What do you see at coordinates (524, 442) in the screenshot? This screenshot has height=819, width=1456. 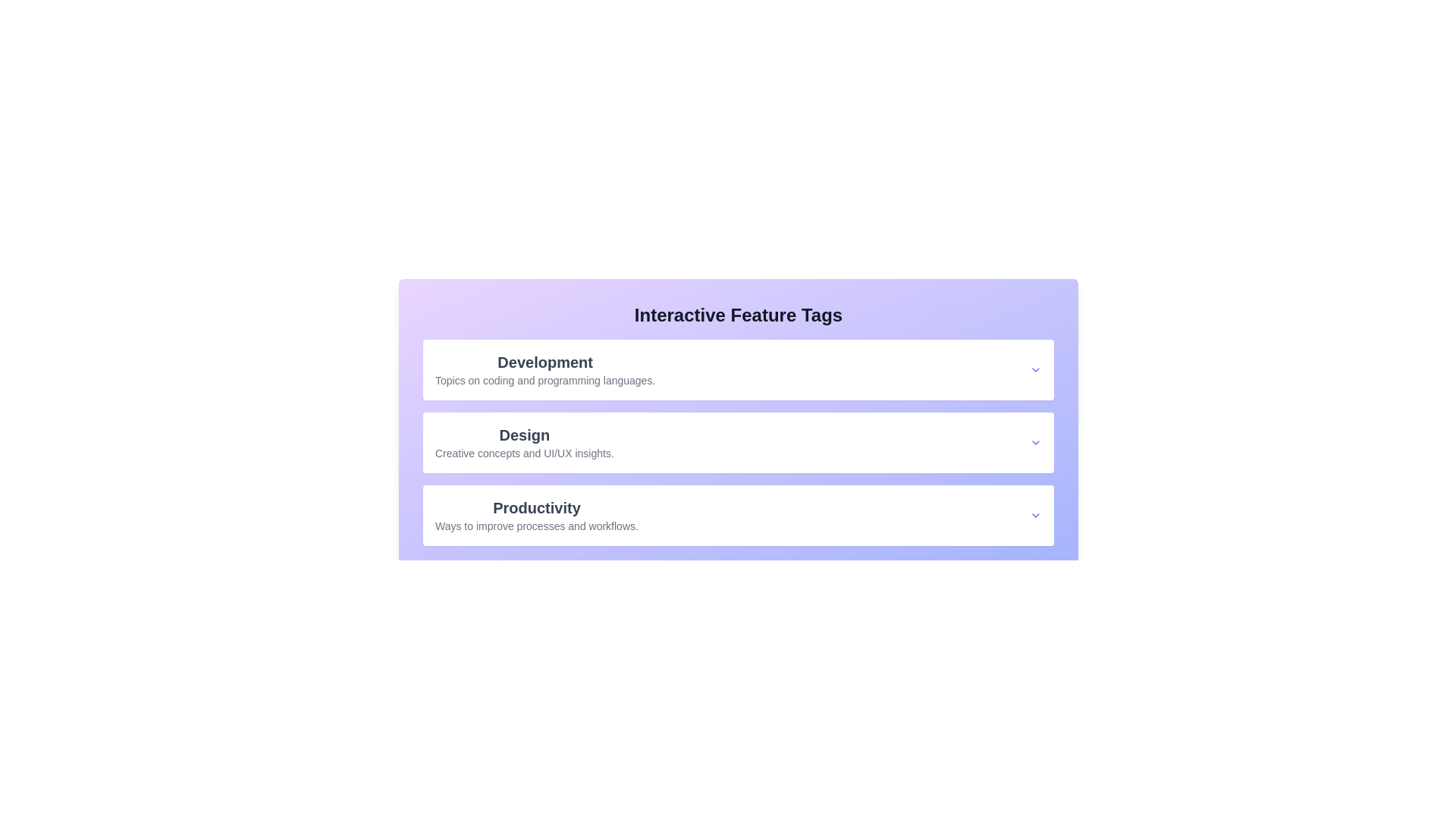 I see `the Section Header with the title 'Design' and the description 'Creative concepts and UI/UX insights.' located in the middle section of the 'Interactive Feature Tags' panel` at bounding box center [524, 442].